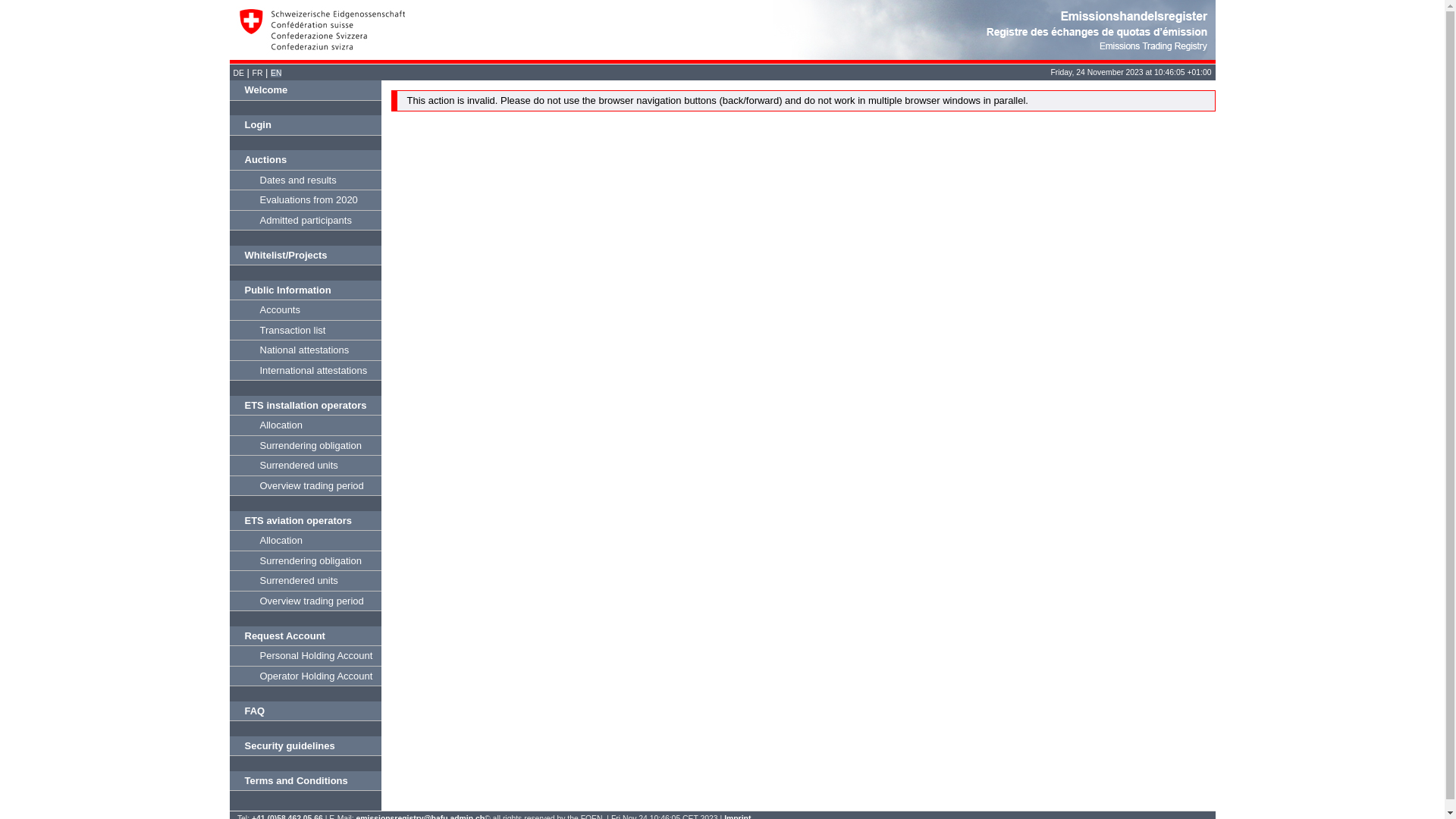 This screenshot has width=1456, height=819. Describe the element at coordinates (304, 221) in the screenshot. I see `'Admitted participants'` at that location.